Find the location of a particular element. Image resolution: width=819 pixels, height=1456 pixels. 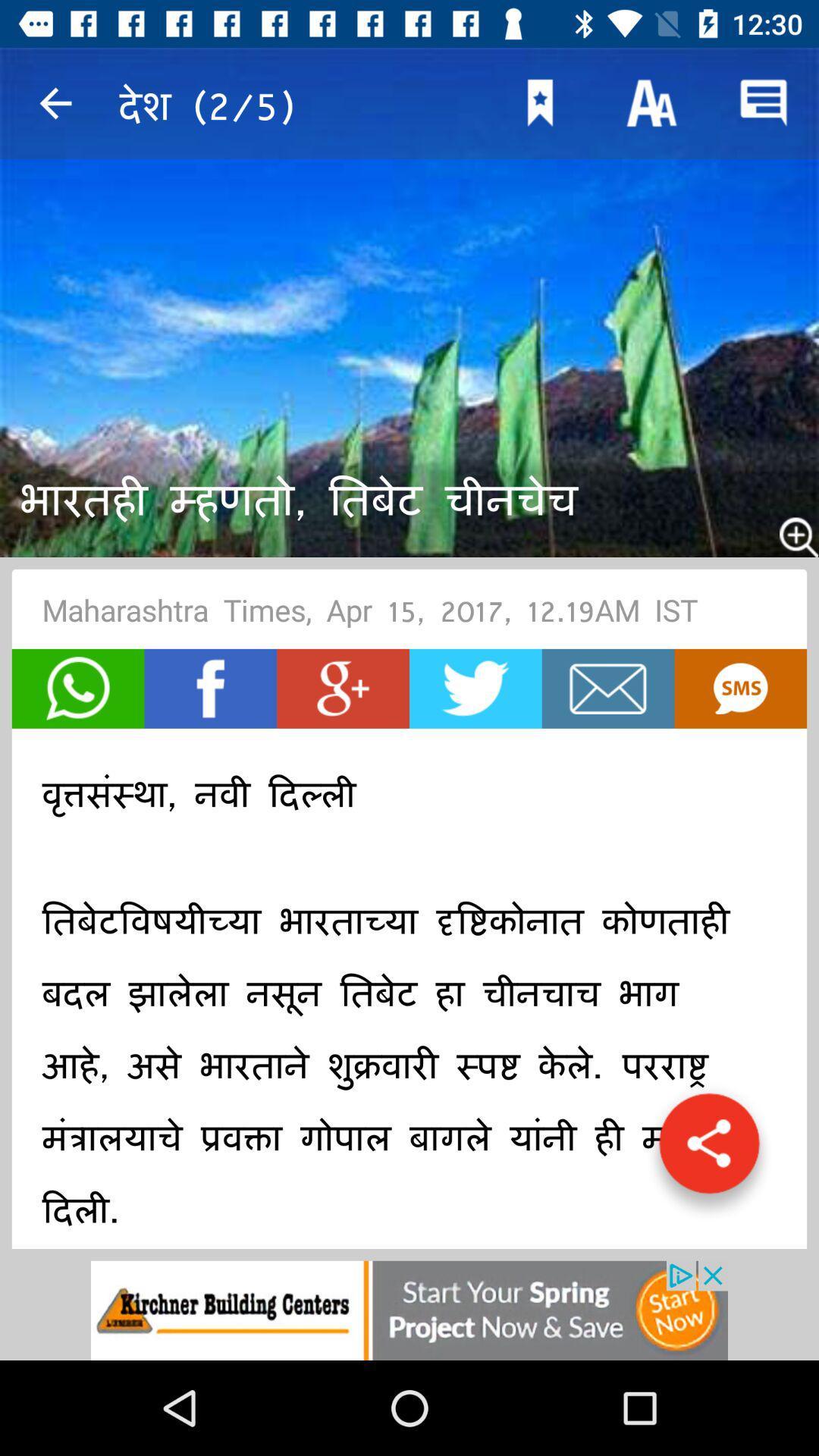

tweet option is located at coordinates (475, 688).